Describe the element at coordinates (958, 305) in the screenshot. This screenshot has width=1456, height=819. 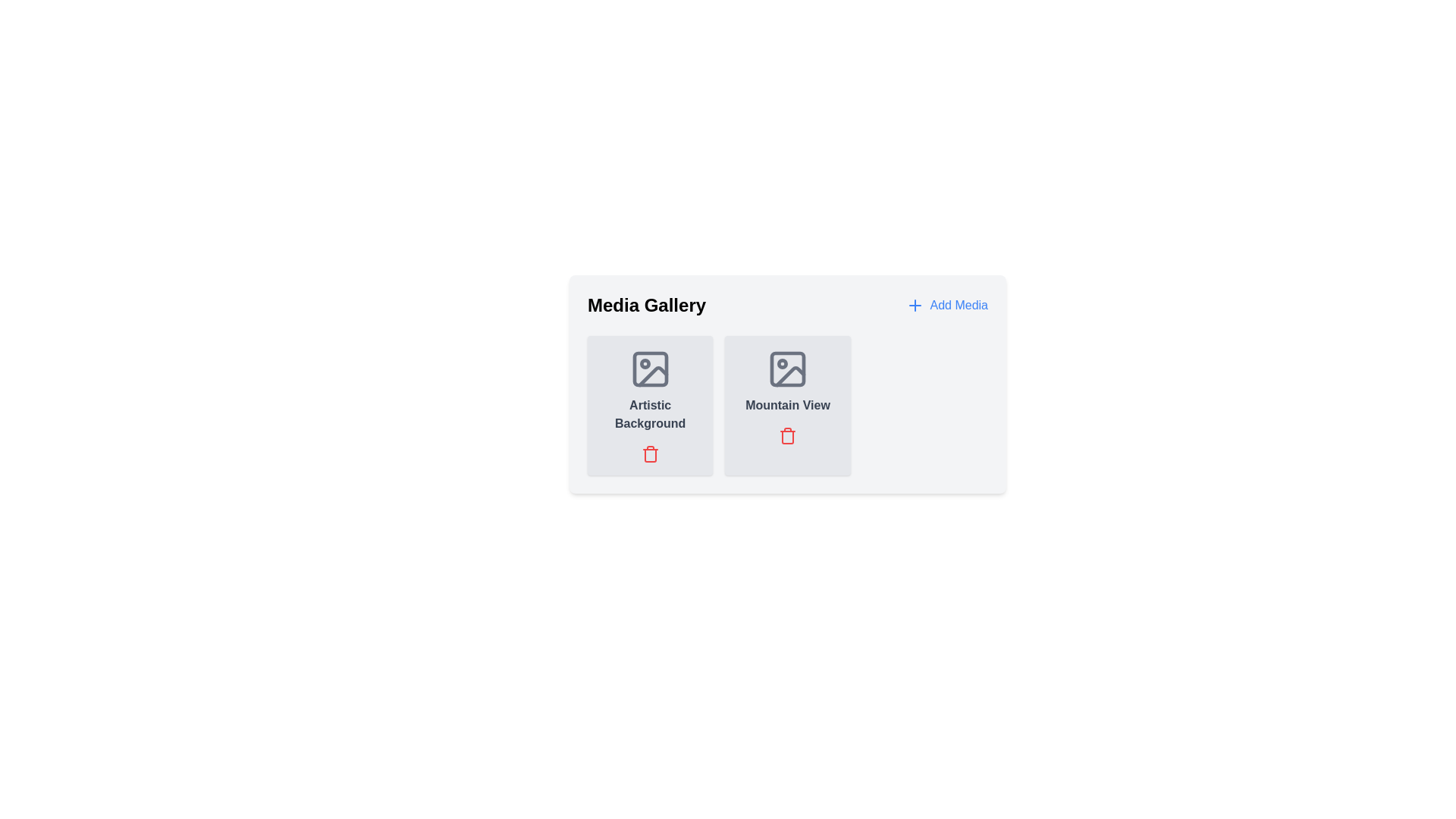
I see `the blue, underlined text link reading 'Add Media' located near the top-right corner of the 'Media Gallery' panel` at that location.